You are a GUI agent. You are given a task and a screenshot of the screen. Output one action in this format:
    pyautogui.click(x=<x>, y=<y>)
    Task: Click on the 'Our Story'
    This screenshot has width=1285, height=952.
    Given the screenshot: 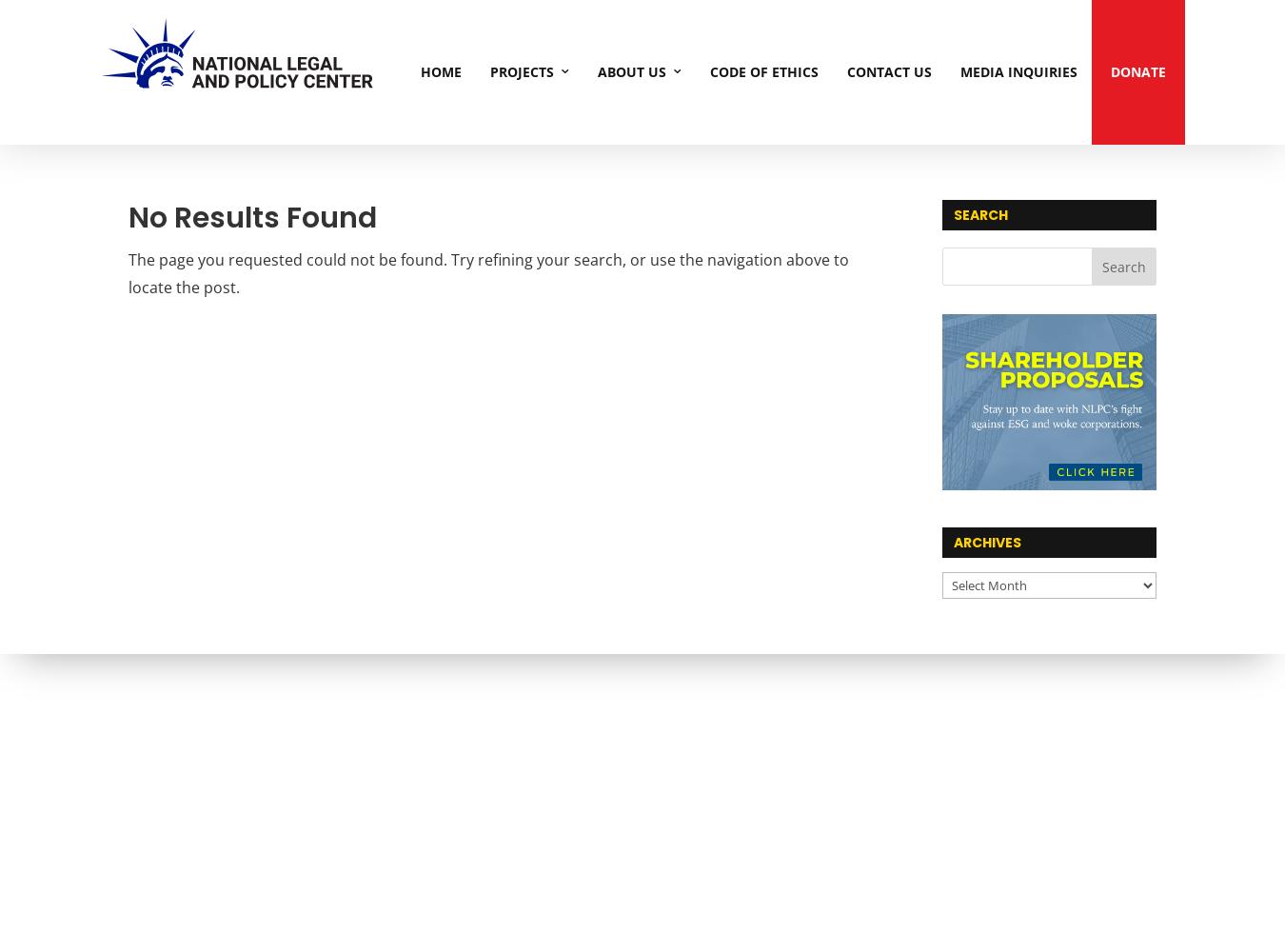 What is the action you would take?
    pyautogui.click(x=630, y=136)
    